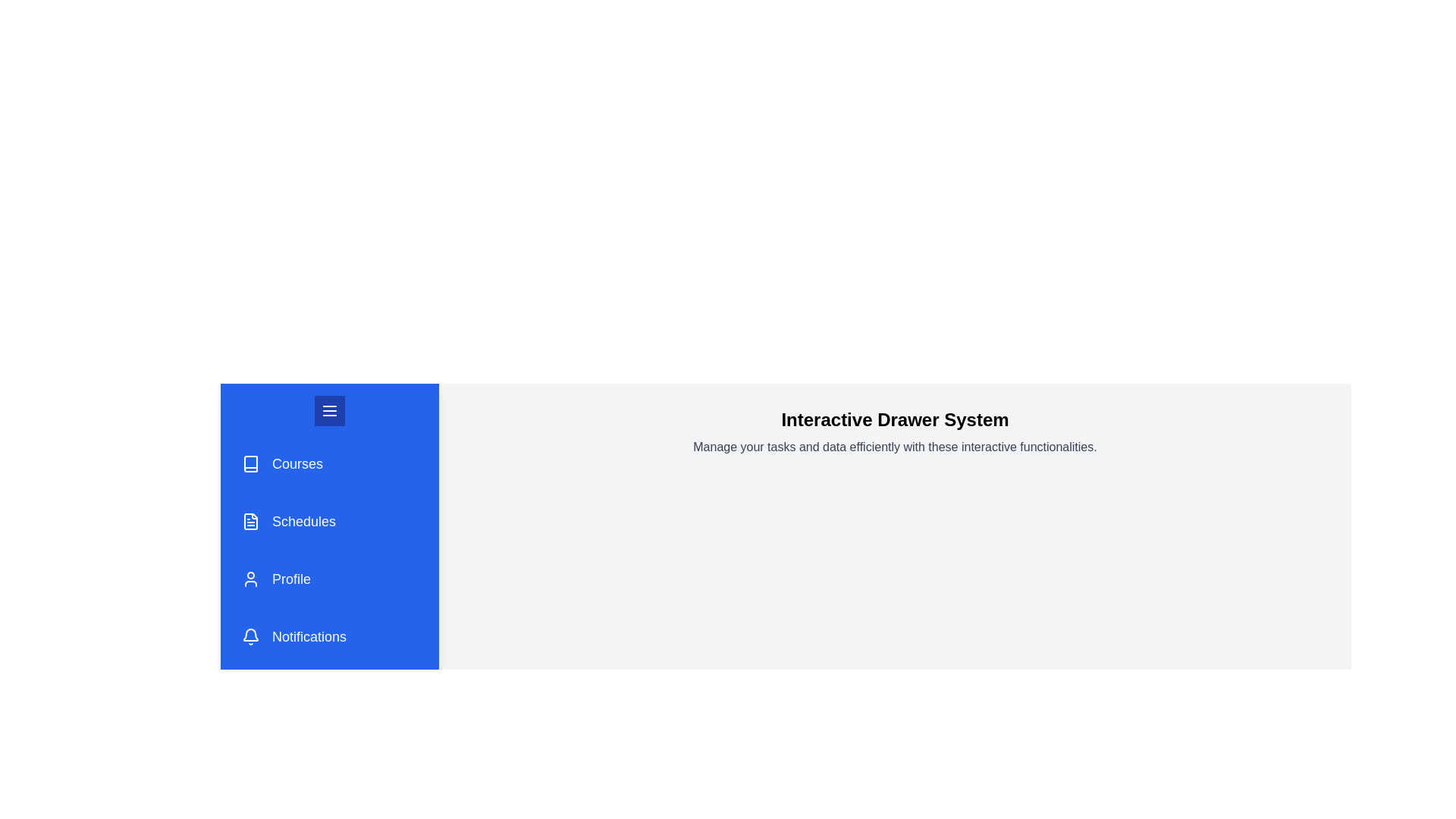 This screenshot has width=1456, height=819. What do you see at coordinates (329, 579) in the screenshot?
I see `the 'Profile' menu item in the drawer` at bounding box center [329, 579].